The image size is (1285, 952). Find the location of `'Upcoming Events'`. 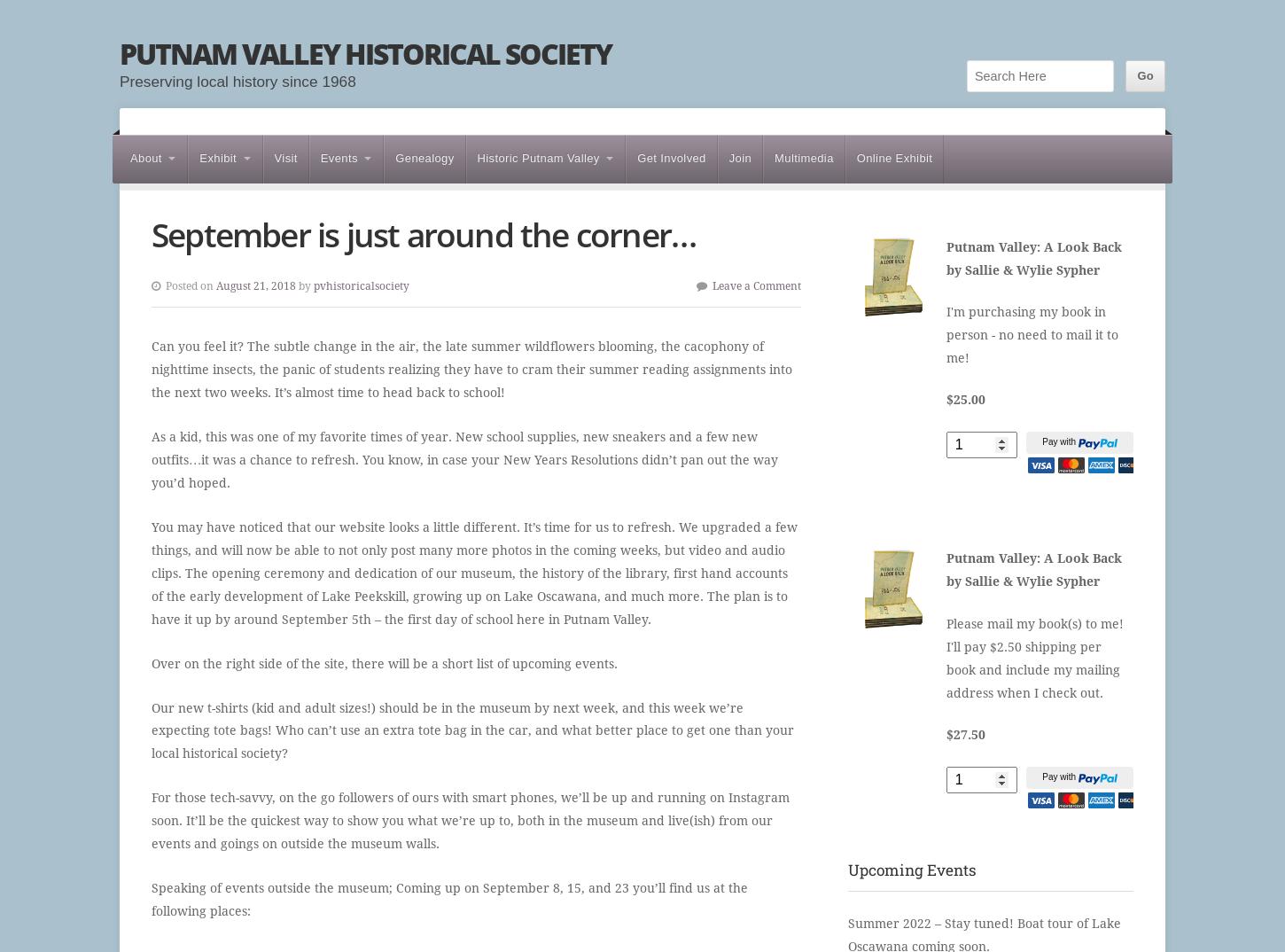

'Upcoming Events' is located at coordinates (911, 869).